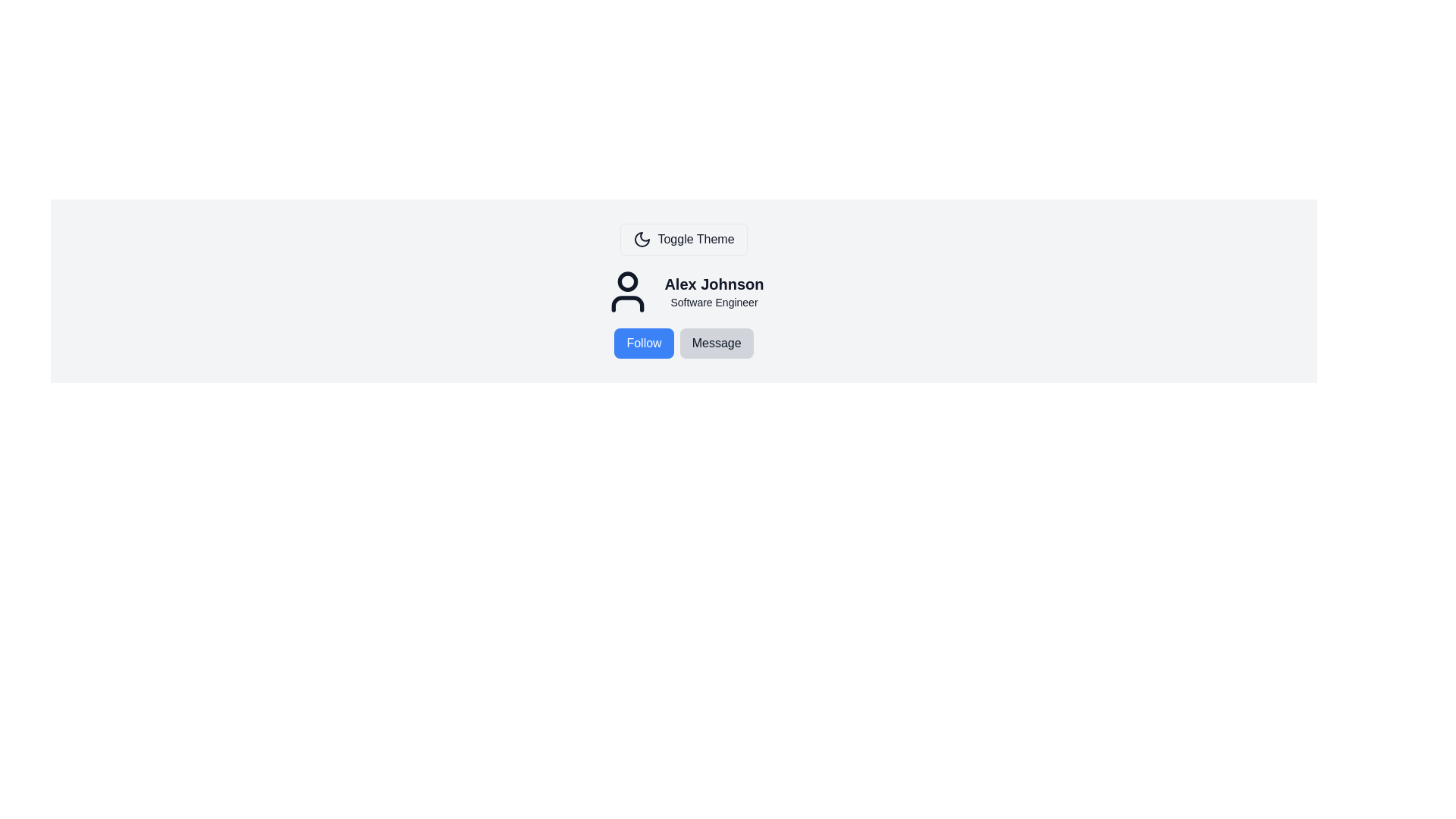 This screenshot has width=1456, height=819. What do you see at coordinates (628, 292) in the screenshot?
I see `the user profile icon located to the left of the text 'Alex Johnson' and 'Software Engineer', which serves as a visual cue for the associated user information` at bounding box center [628, 292].